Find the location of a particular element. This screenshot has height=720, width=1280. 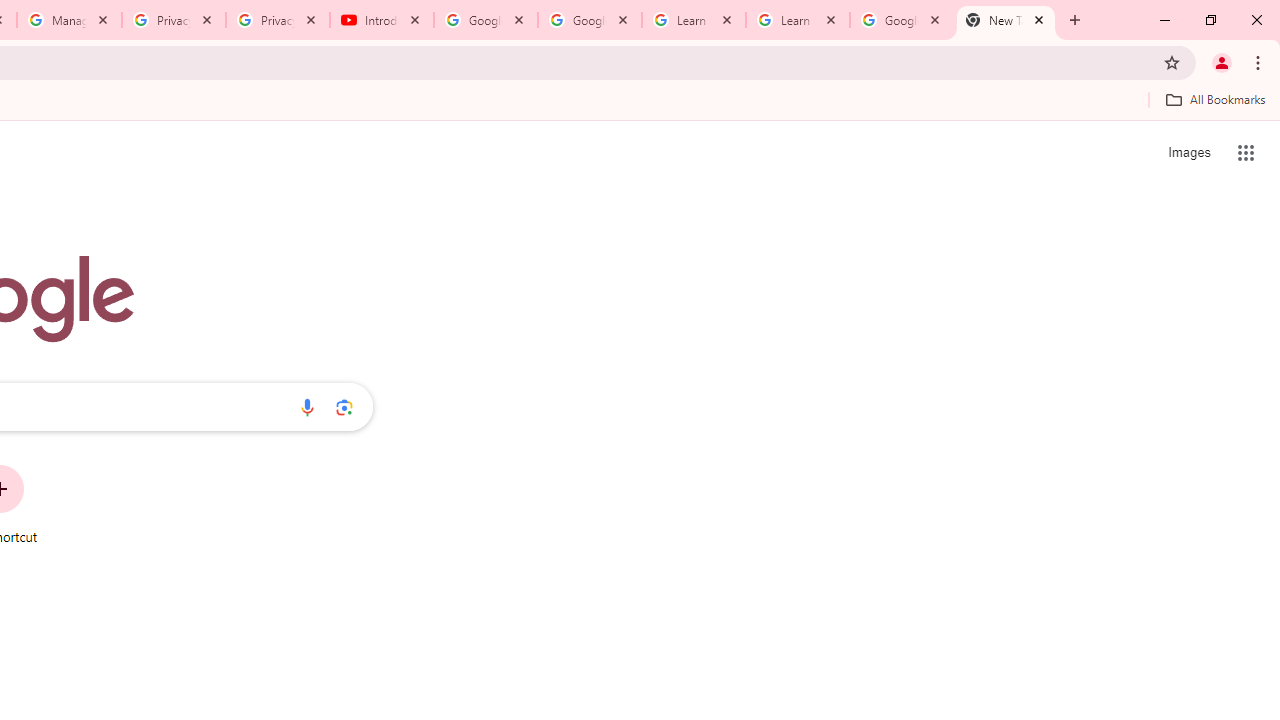

'New Tab' is located at coordinates (1006, 20).